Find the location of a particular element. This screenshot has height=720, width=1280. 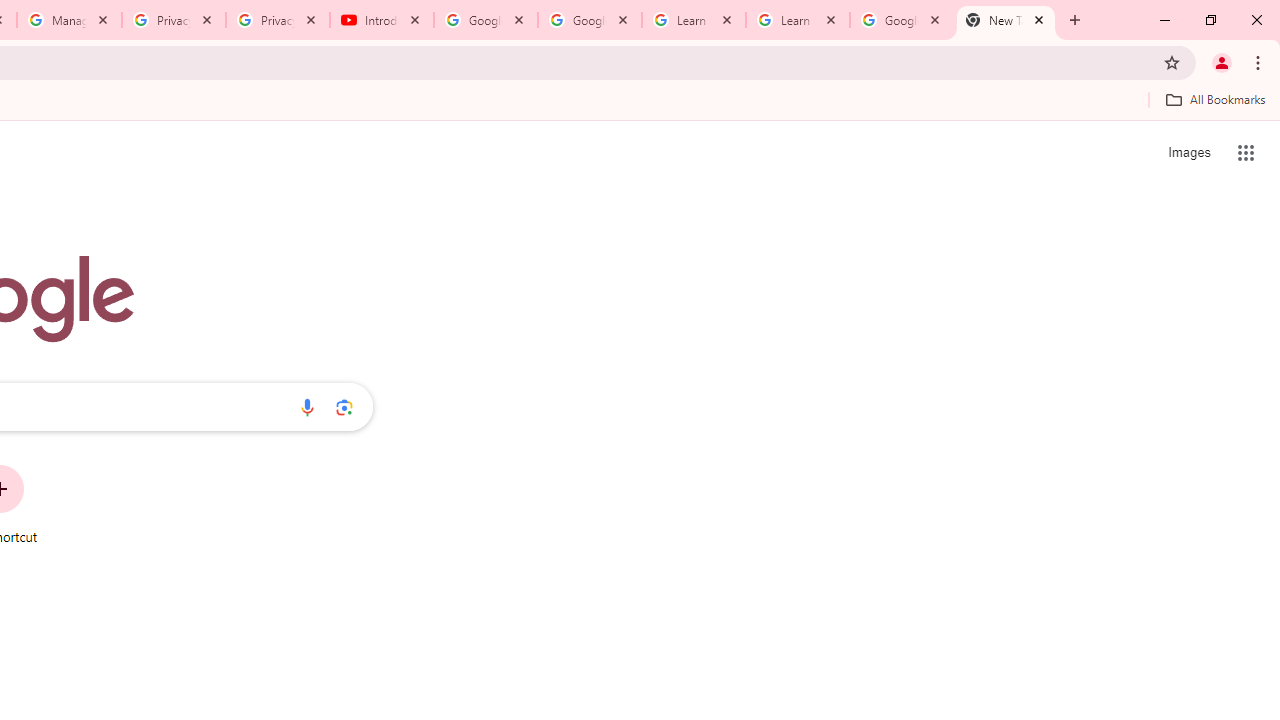

'New Tab' is located at coordinates (1006, 20).